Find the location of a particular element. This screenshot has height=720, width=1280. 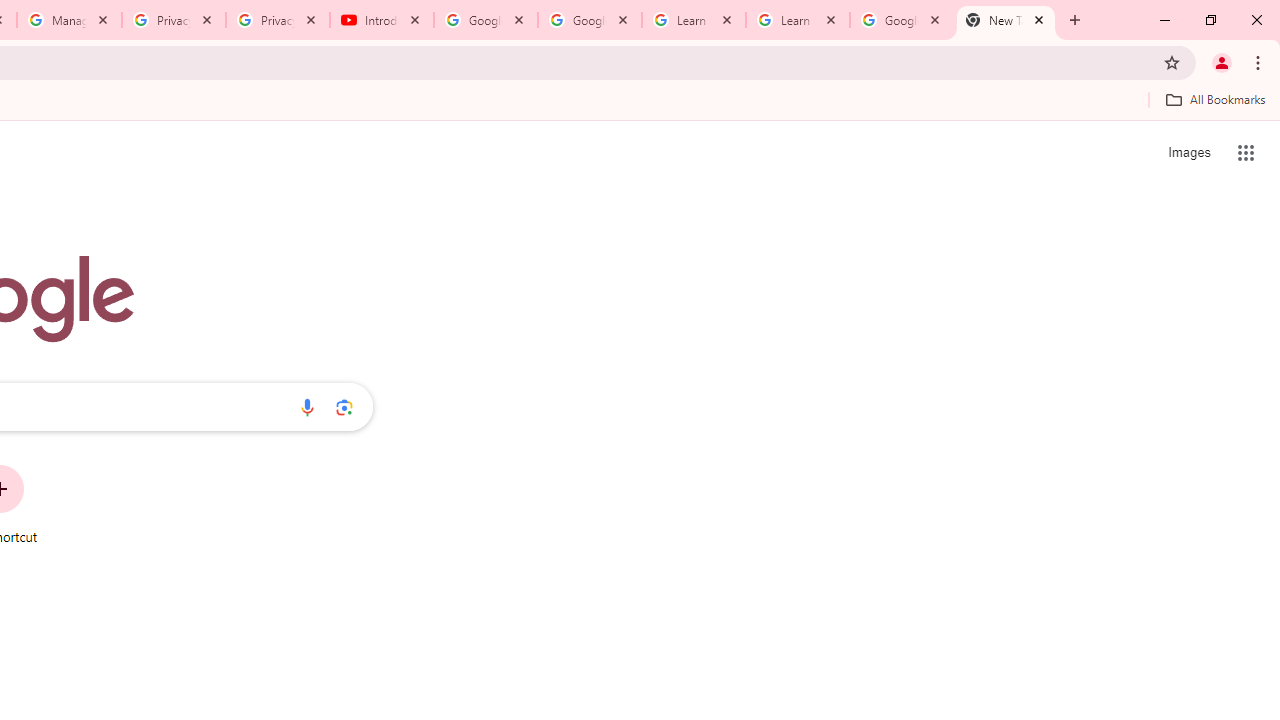

'New Tab' is located at coordinates (1006, 20).